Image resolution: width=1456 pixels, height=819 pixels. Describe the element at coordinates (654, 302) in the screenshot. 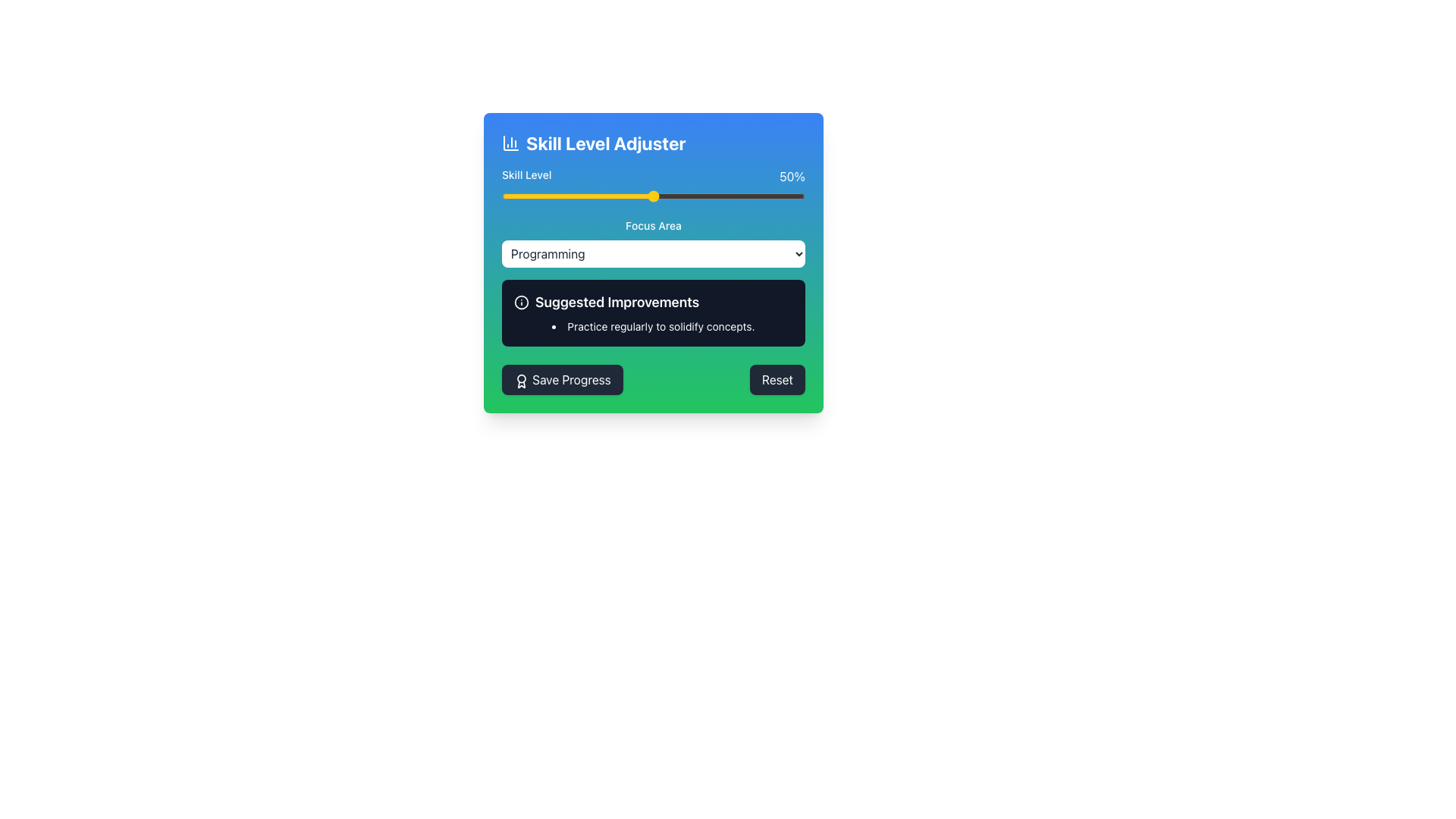

I see `the 'Suggested Improvements' header element that features a bold title and an informational icon on its left, located in the center column of the interface` at that location.